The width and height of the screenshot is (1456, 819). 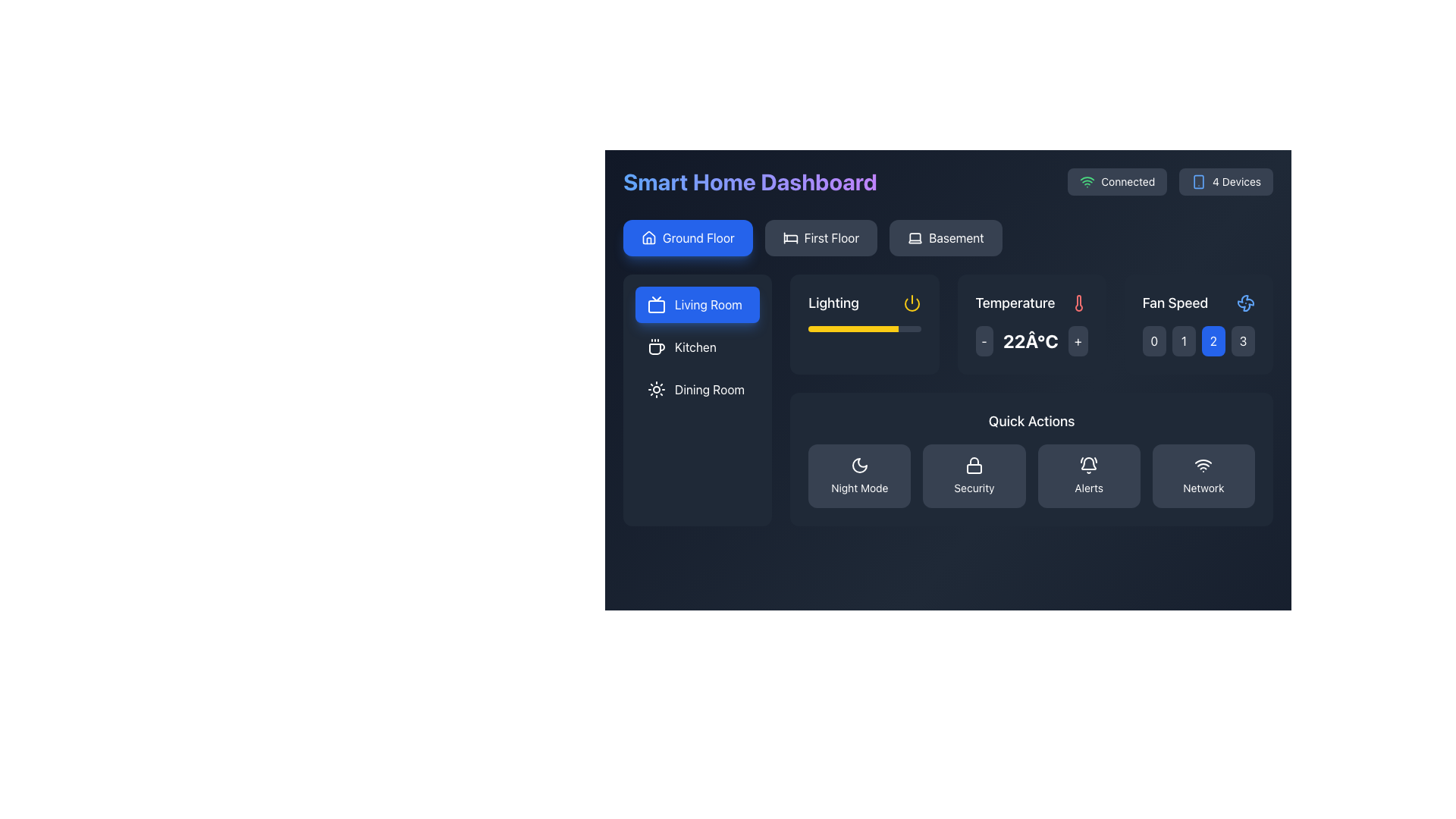 I want to click on the fan speed button labeled '2' for keyboard interaction, so click(x=1213, y=341).